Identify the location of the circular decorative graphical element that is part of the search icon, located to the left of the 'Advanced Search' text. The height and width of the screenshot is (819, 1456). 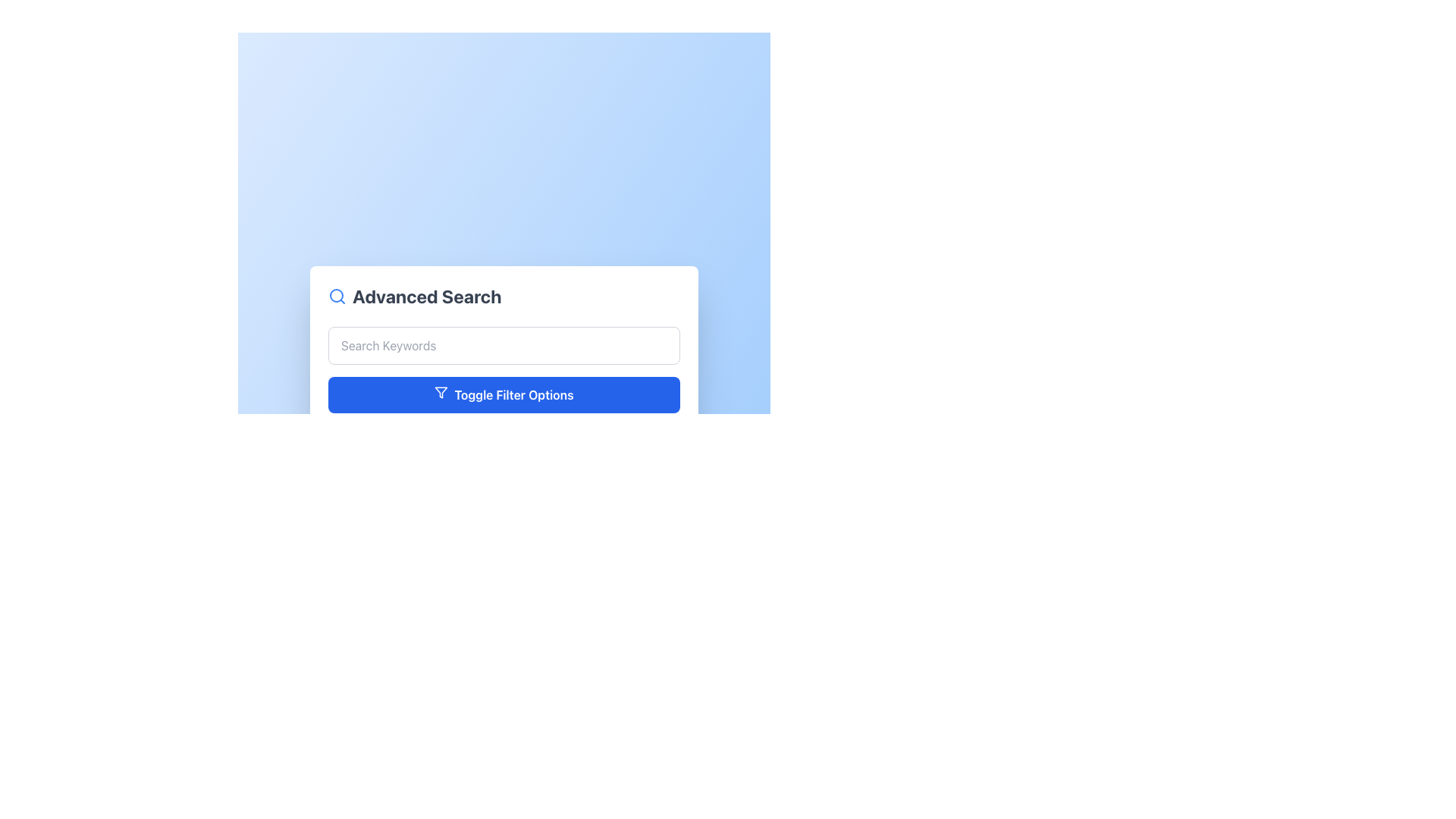
(336, 295).